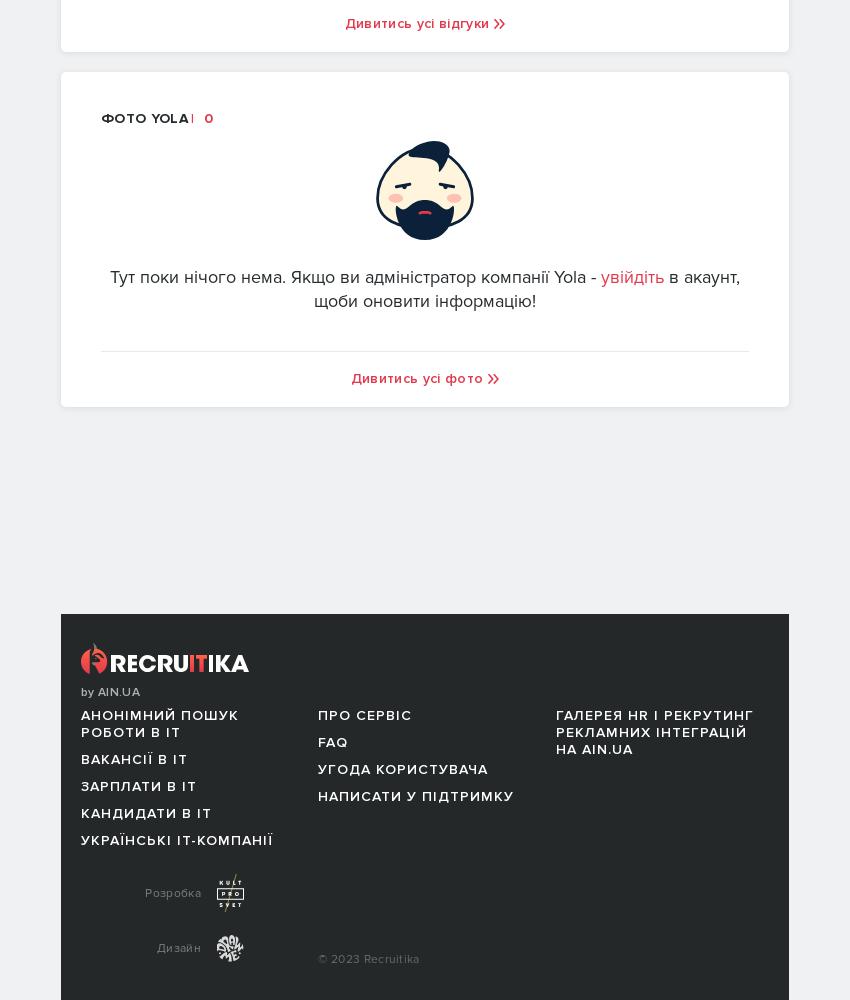 The image size is (850, 1000). What do you see at coordinates (354, 276) in the screenshot?
I see `'Тут поки нічого нема.
          Якщо ви адміністратор компанії Yola -'` at bounding box center [354, 276].